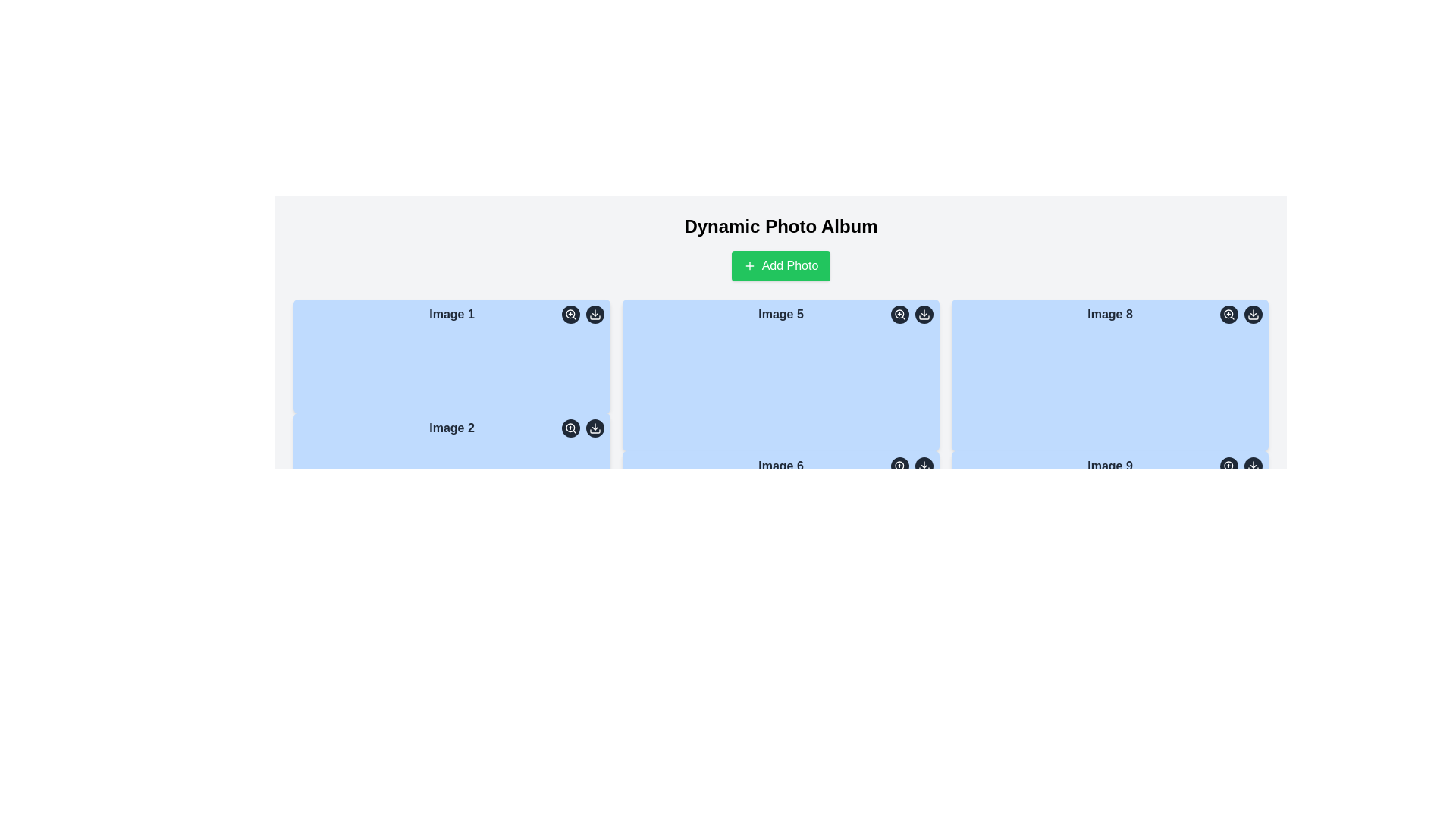 Image resolution: width=1456 pixels, height=819 pixels. Describe the element at coordinates (570, 314) in the screenshot. I see `the circular button with a dark gray background and a white magnifying glass icon located in the top-right corner of the Image 1 card in the photo gallery` at that location.